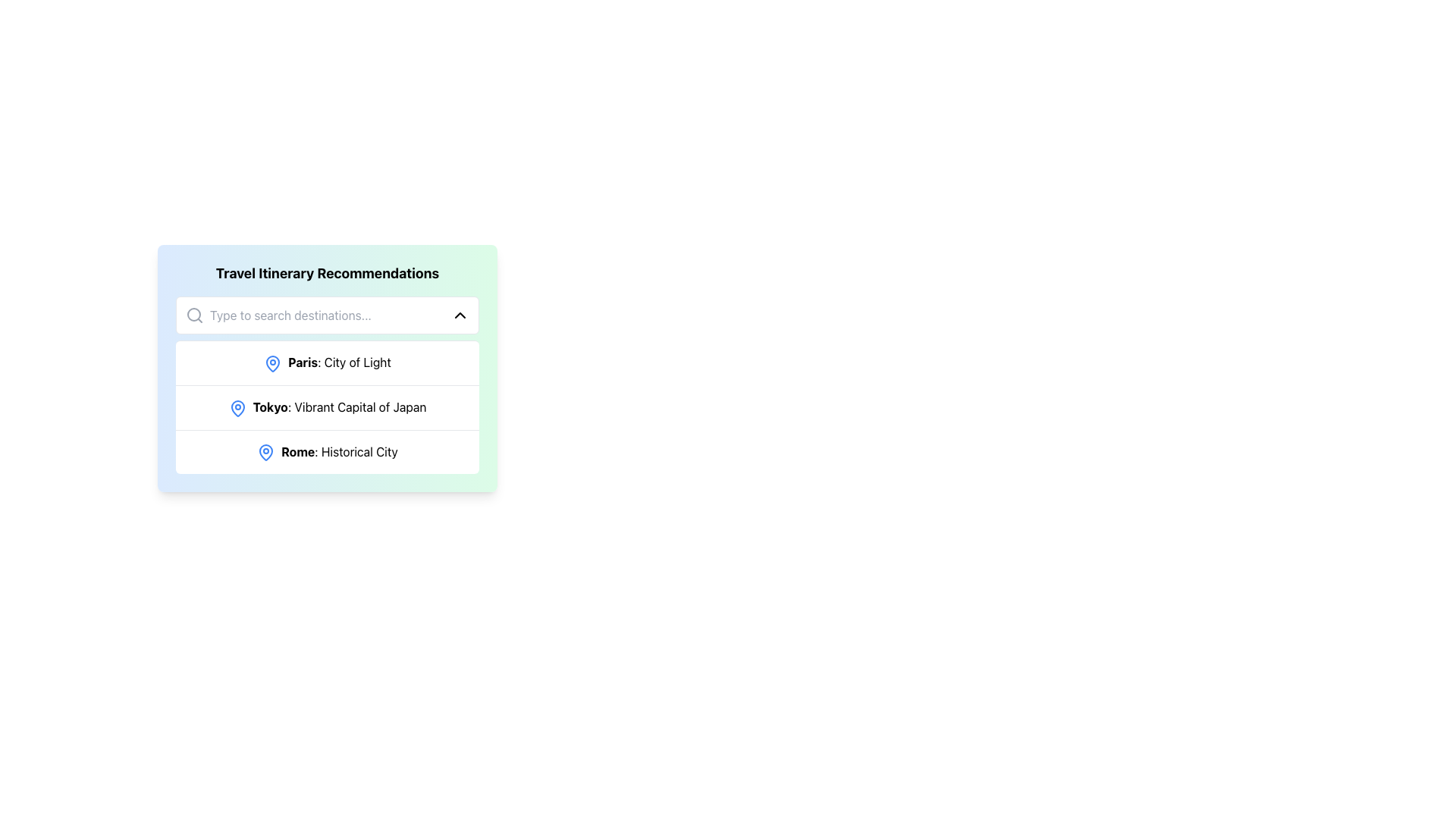 This screenshot has height=819, width=1456. Describe the element at coordinates (270, 406) in the screenshot. I see `text content of the text label displaying 'Tokyo' in bold, black font, which is the second item in the travel itinerary recommendation list` at that location.